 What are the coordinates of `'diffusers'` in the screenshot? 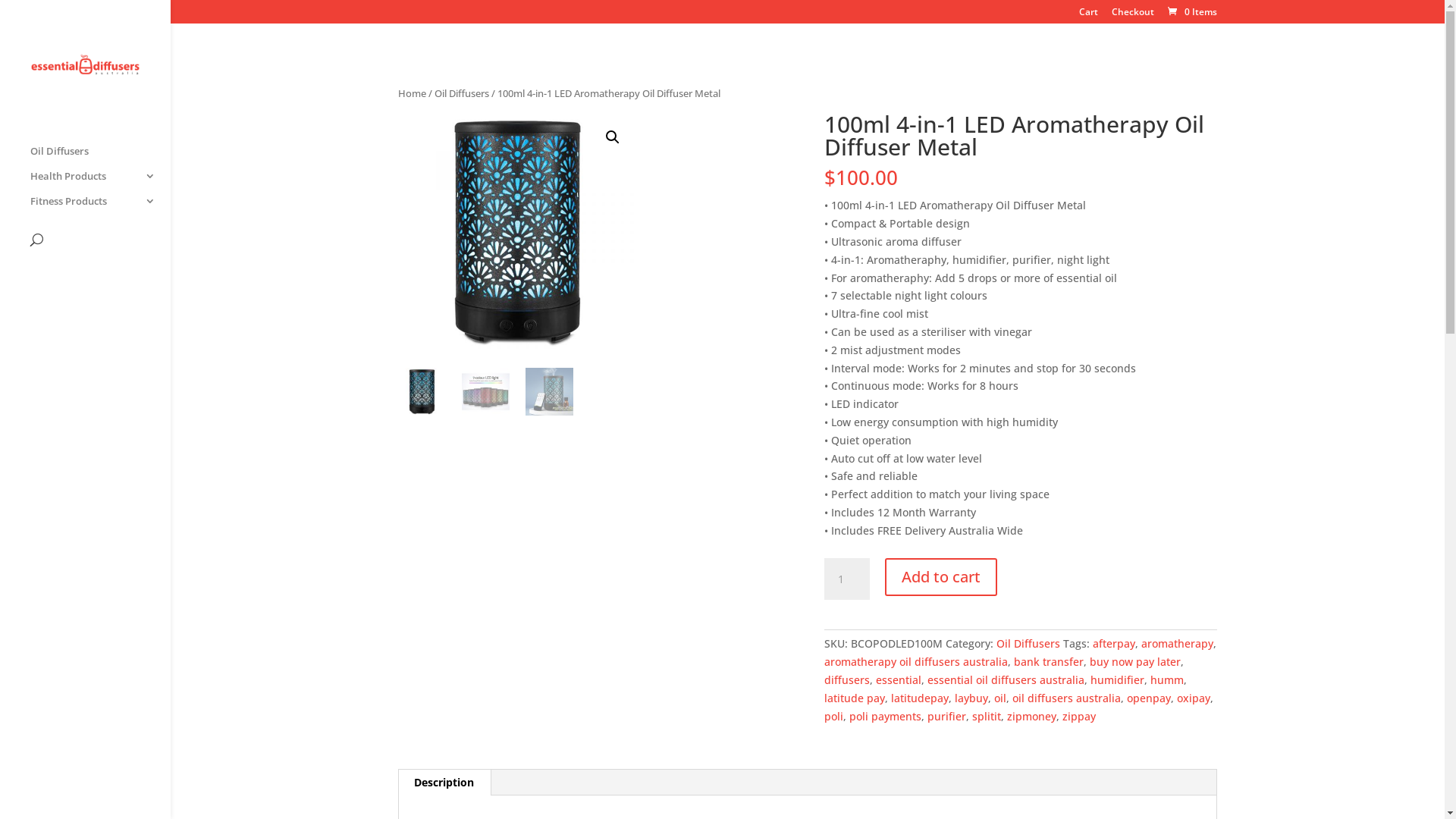 It's located at (846, 679).